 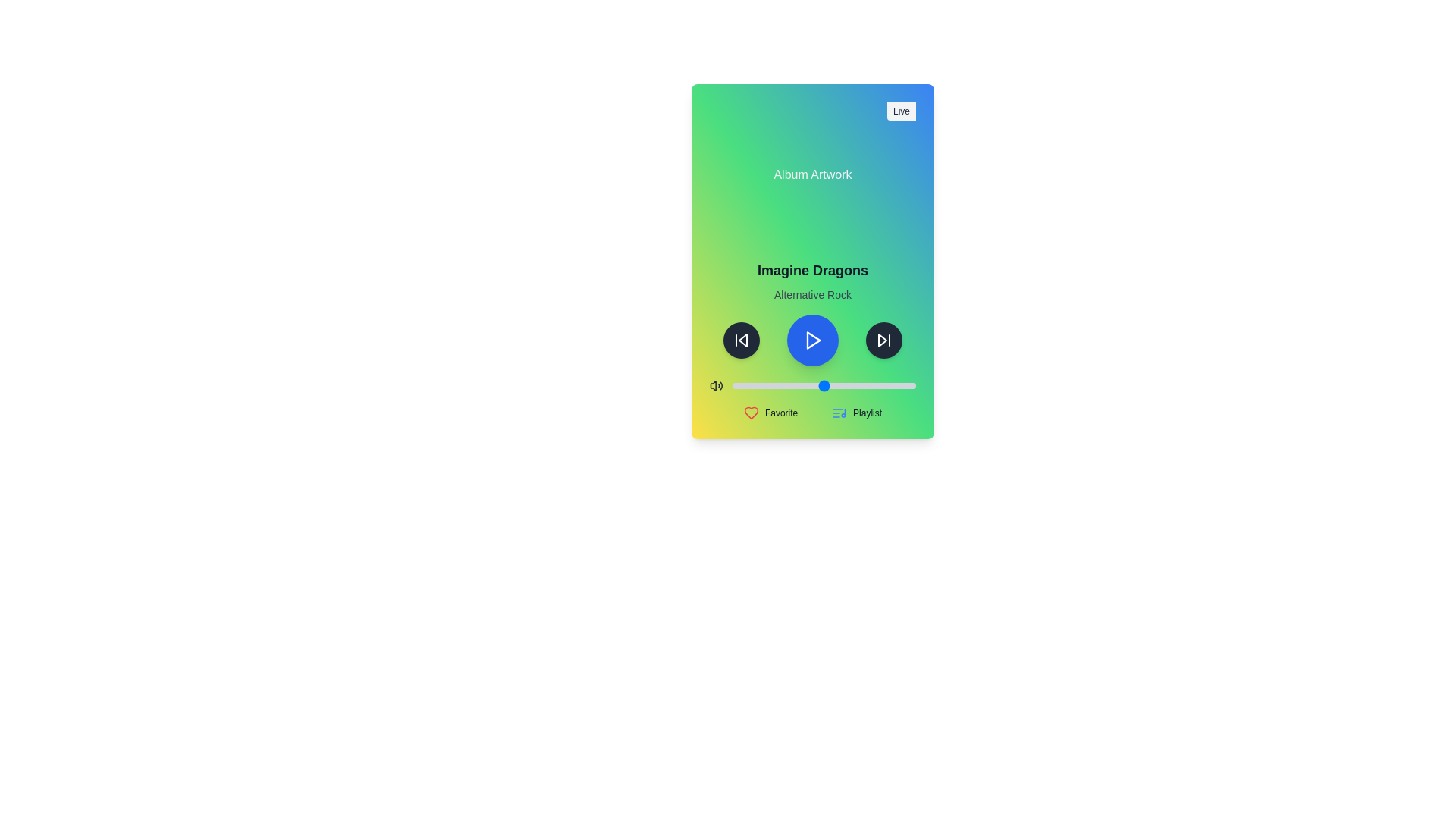 I want to click on the text label displaying 'Alternative Rock', which is styled in gray on a green background, located below 'Imagine Dragons' in the music player context, so click(x=811, y=295).